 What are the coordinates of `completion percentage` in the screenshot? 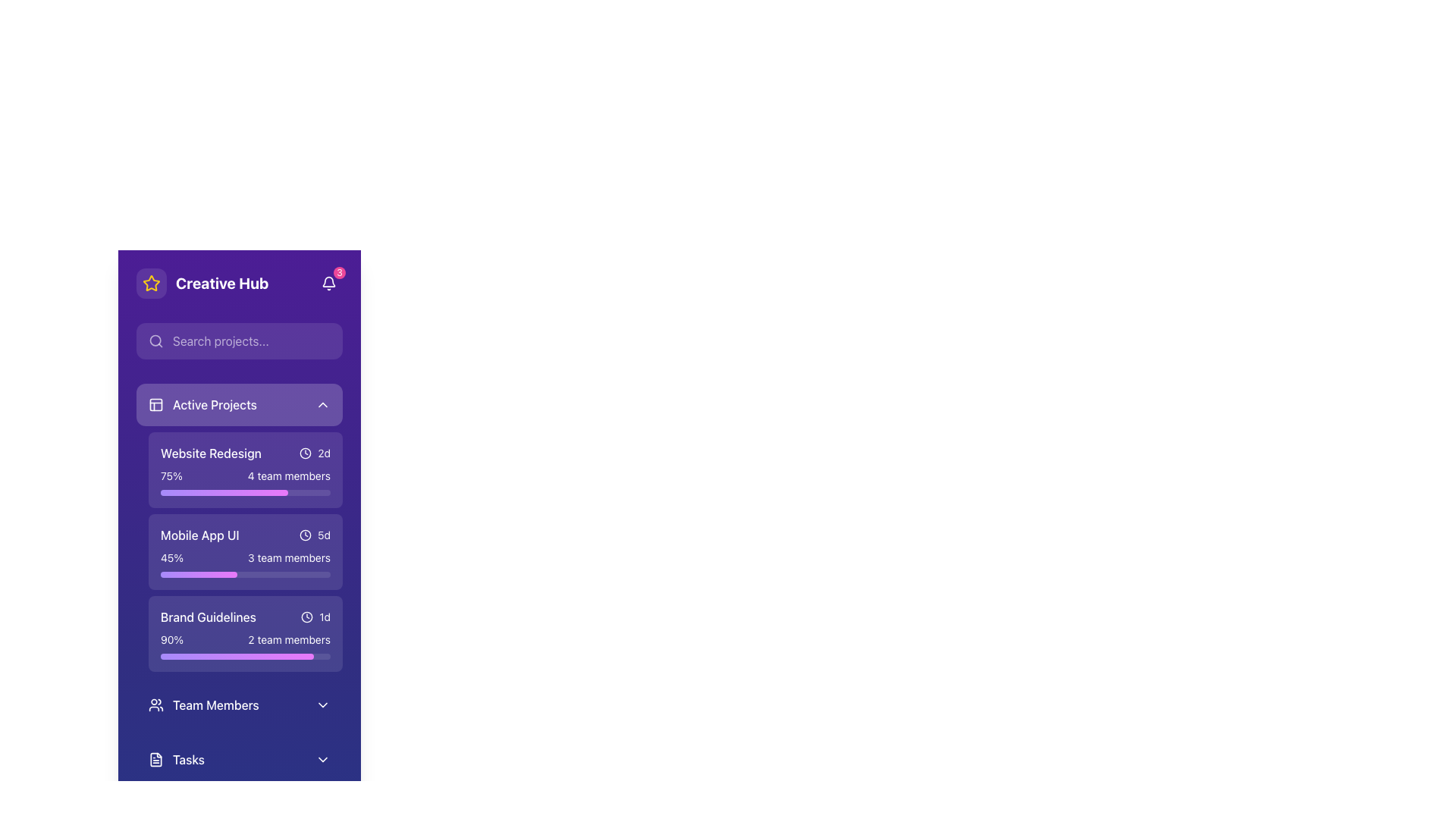 It's located at (171, 493).